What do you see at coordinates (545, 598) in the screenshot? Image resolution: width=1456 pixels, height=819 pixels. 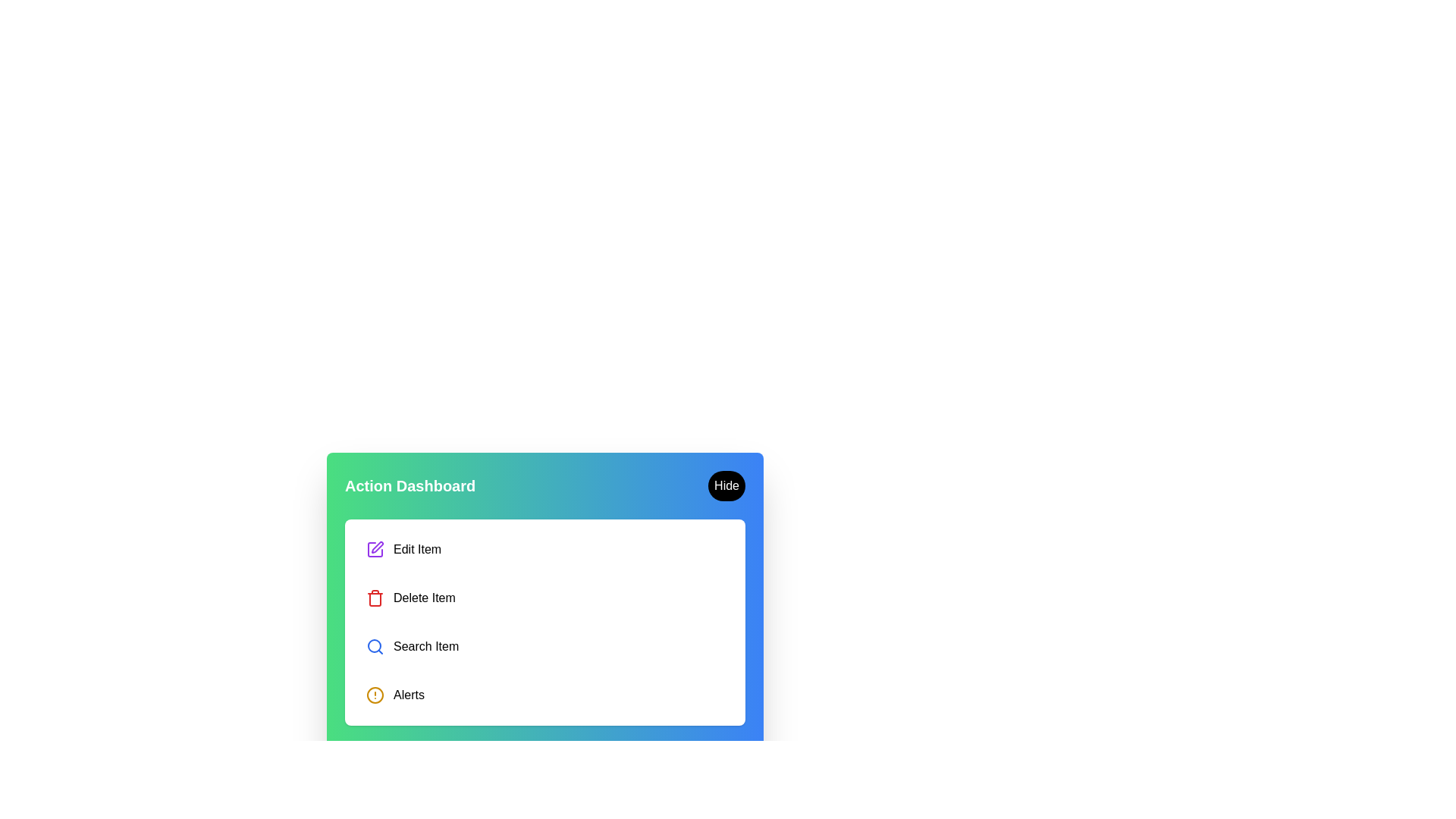 I see `the second List Item with an Icon and Text labeled 'Delete Item', which features a red trash bin icon and is positioned below 'Edit Item'` at bounding box center [545, 598].